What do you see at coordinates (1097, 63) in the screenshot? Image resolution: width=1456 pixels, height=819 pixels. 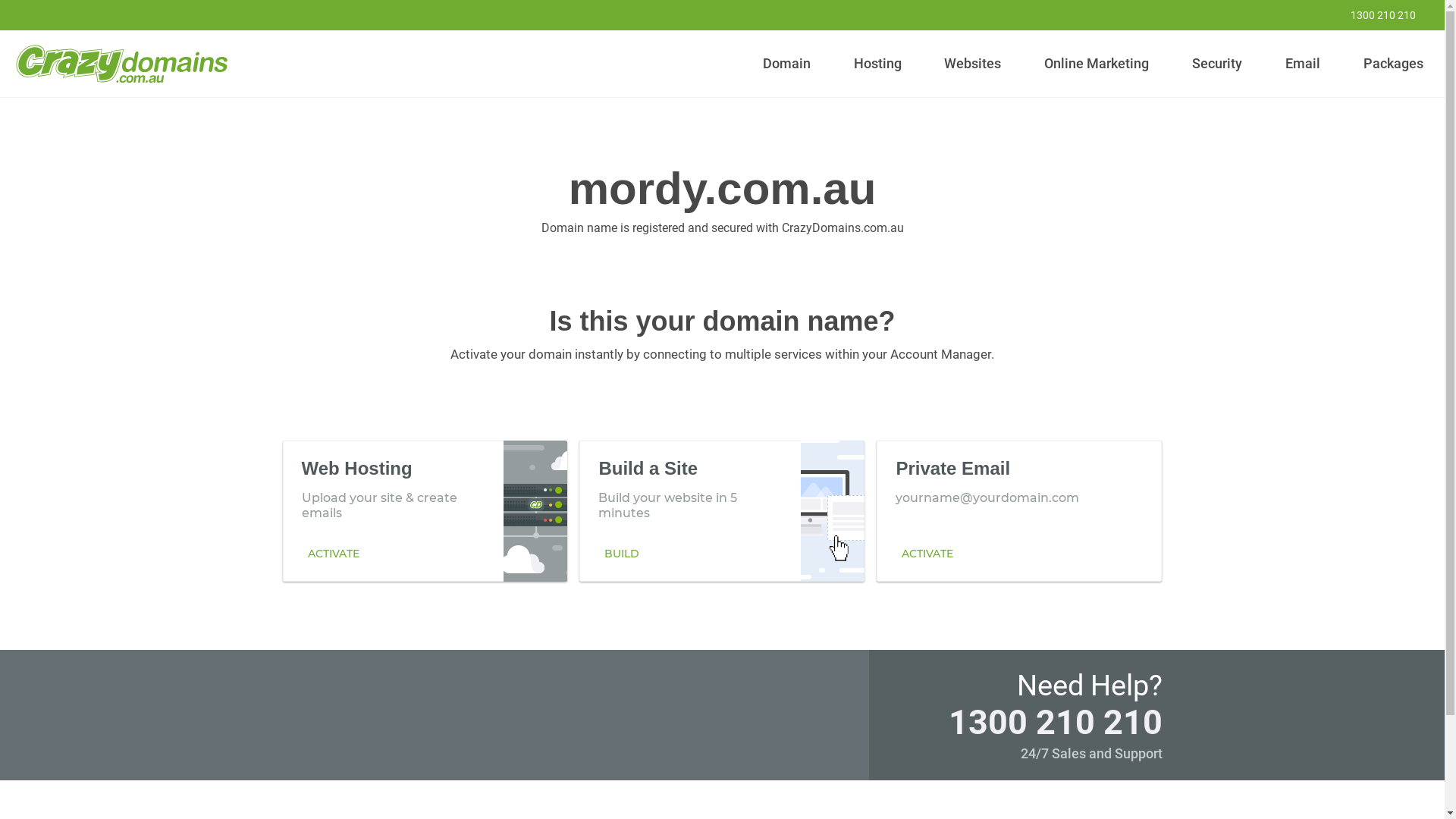 I see `'Online Marketing'` at bounding box center [1097, 63].